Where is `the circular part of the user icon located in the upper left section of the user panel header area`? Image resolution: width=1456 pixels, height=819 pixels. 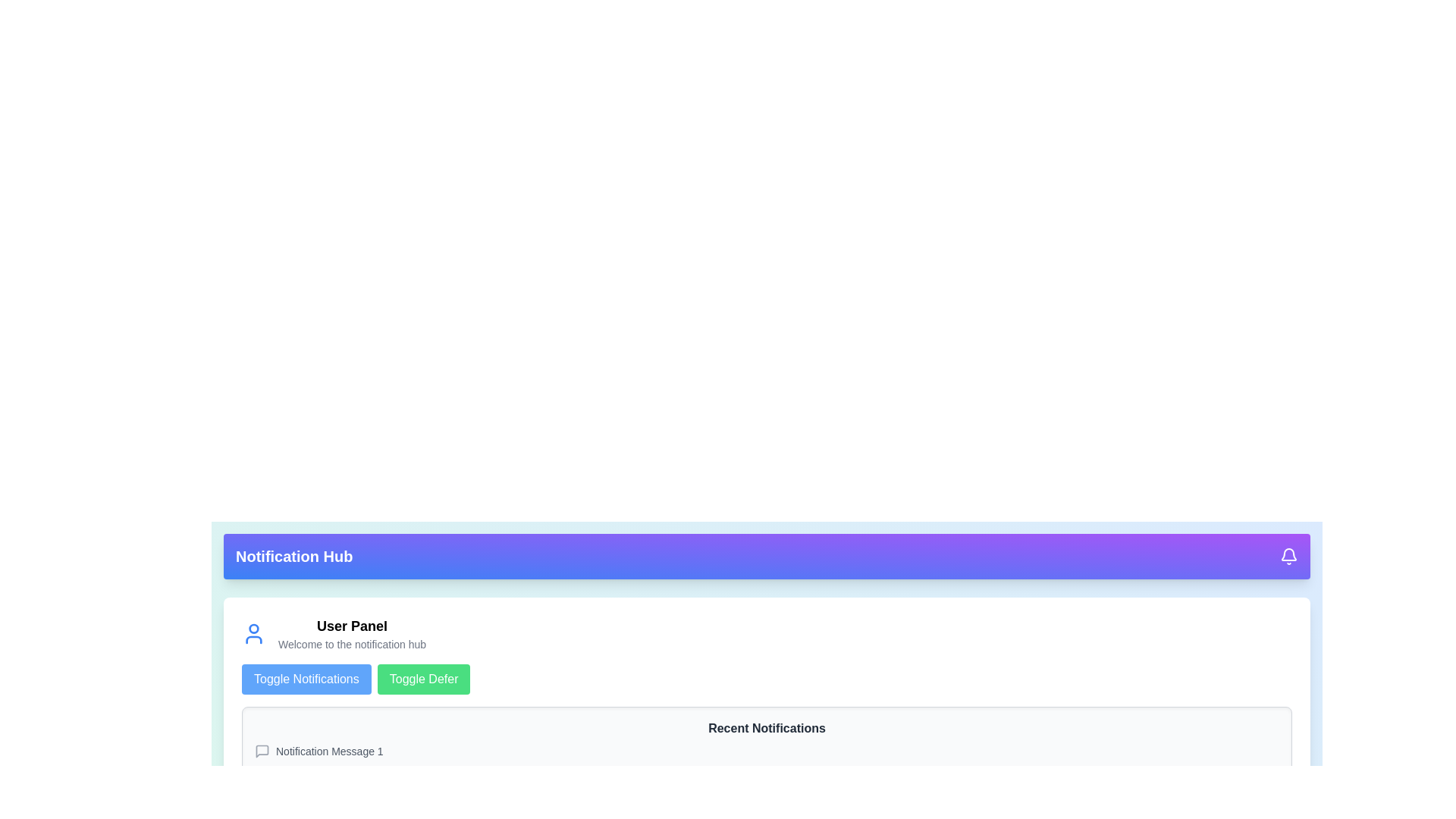 the circular part of the user icon located in the upper left section of the user panel header area is located at coordinates (254, 629).